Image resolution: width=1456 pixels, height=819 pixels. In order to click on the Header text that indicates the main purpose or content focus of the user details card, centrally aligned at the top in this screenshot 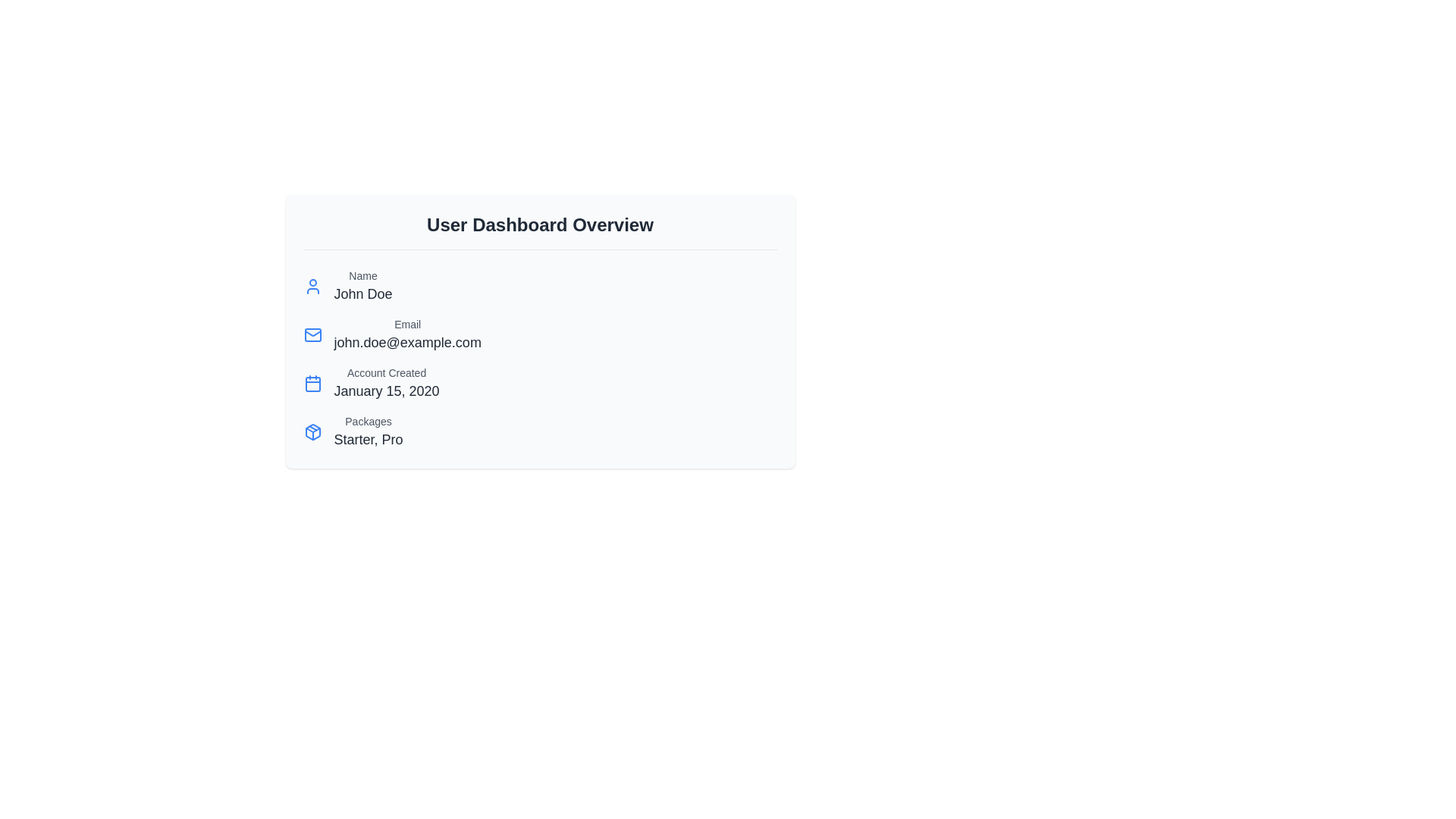, I will do `click(540, 225)`.